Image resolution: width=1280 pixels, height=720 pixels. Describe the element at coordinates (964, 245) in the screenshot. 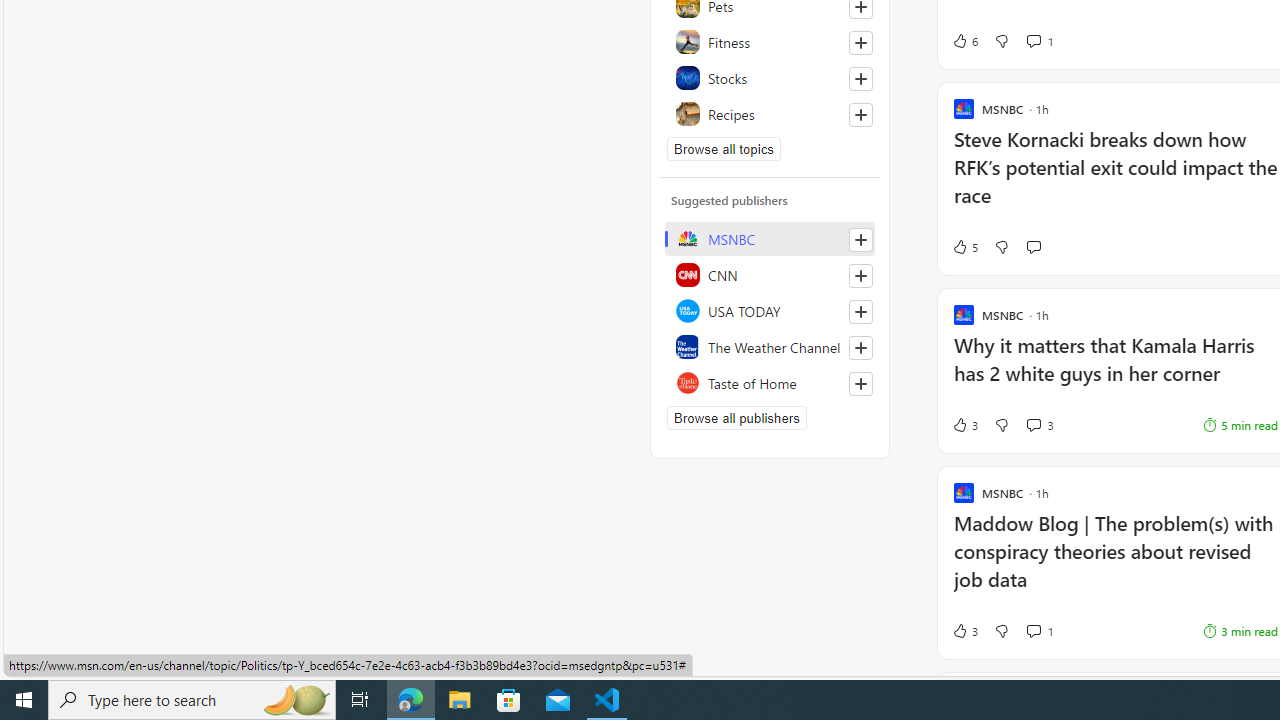

I see `'5 Like'` at that location.